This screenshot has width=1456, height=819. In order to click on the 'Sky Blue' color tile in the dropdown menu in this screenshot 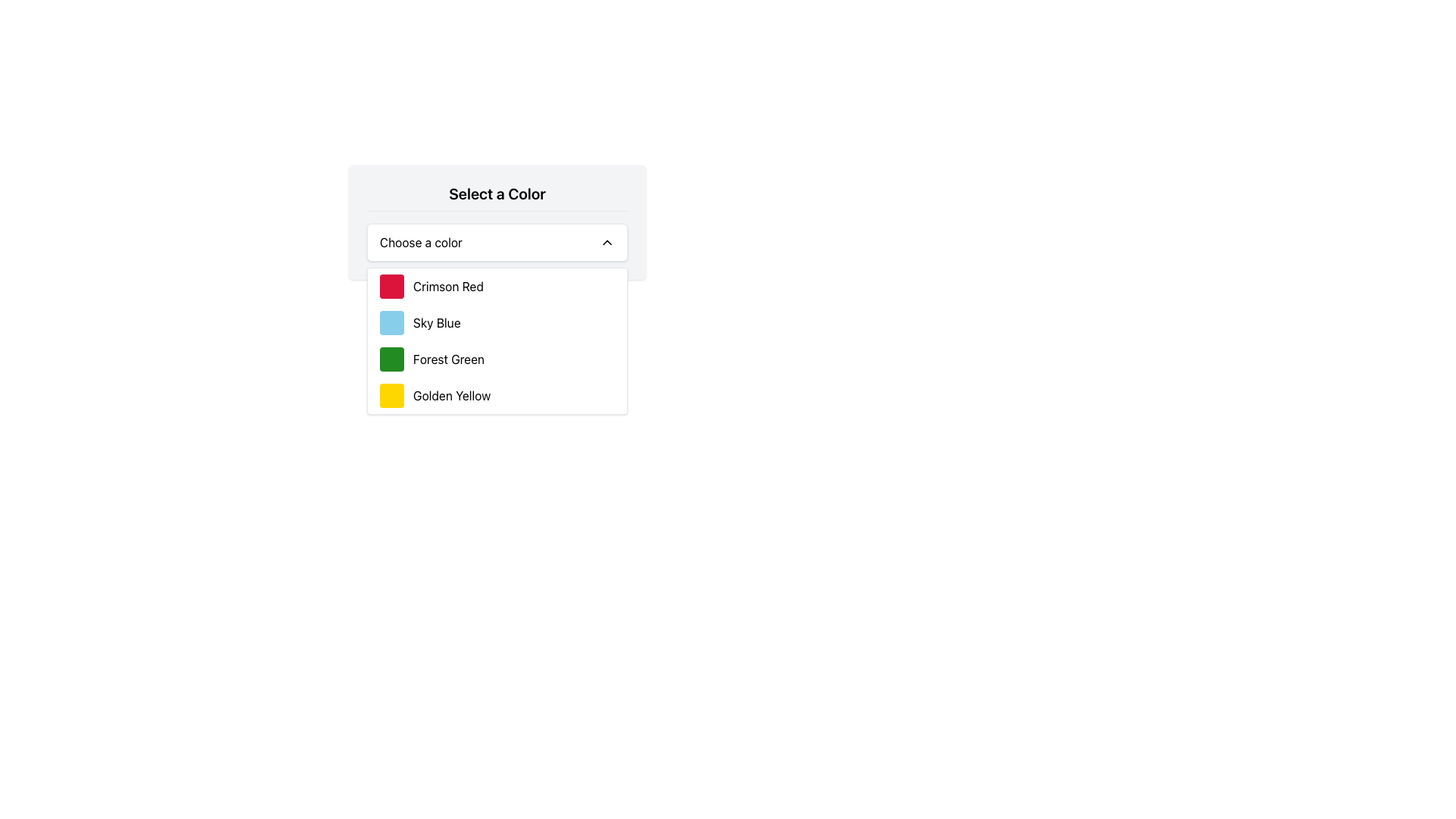, I will do `click(392, 322)`.